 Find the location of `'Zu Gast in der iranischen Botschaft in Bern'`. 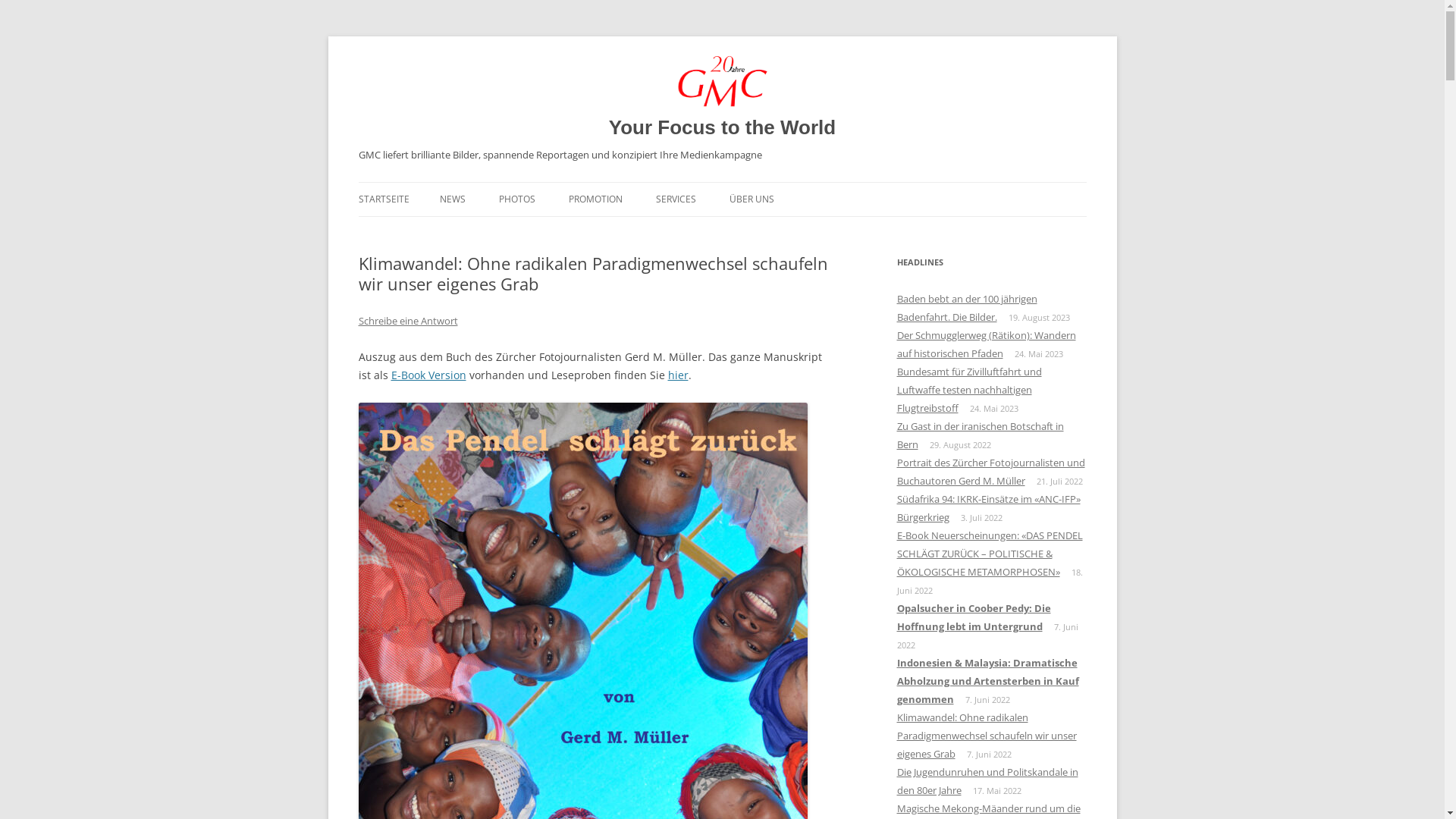

'Zu Gast in der iranischen Botschaft in Bern' is located at coordinates (979, 435).